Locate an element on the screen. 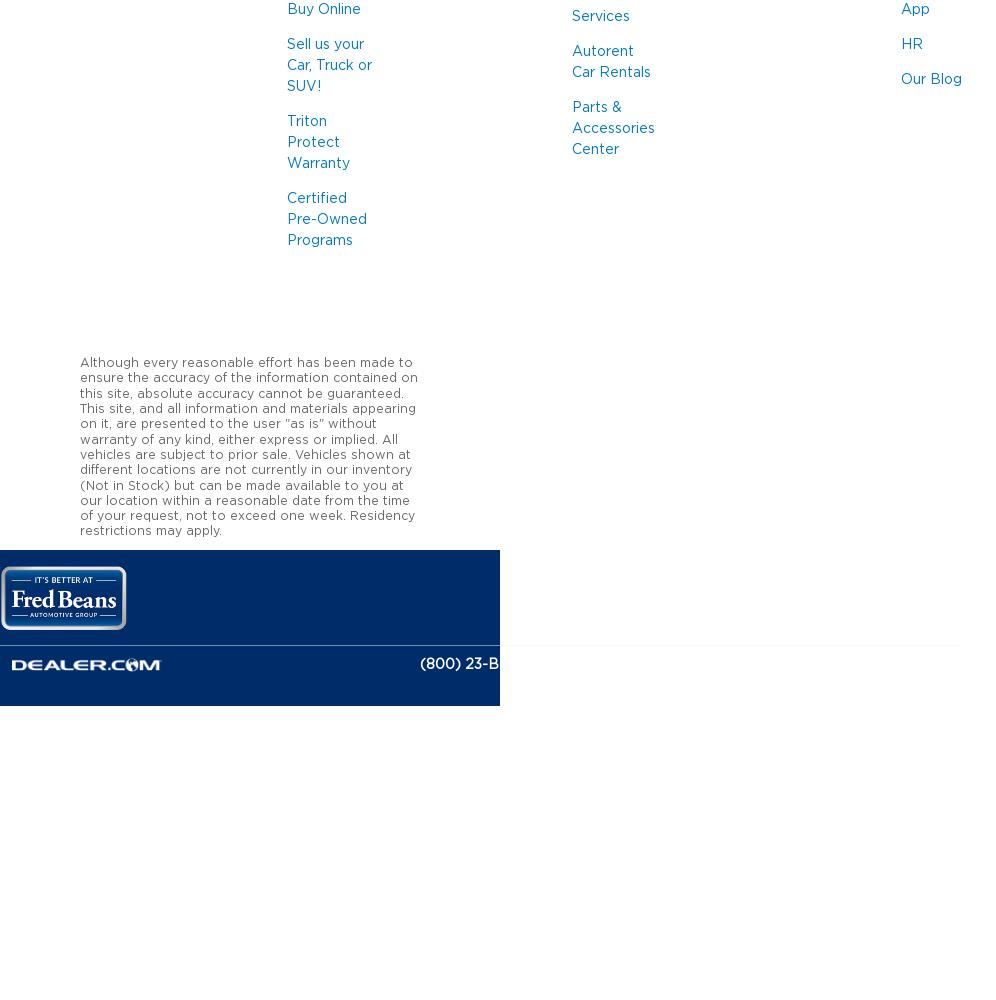 The height and width of the screenshot is (1000, 996). 'Parts & Accessories Center' is located at coordinates (613, 129).